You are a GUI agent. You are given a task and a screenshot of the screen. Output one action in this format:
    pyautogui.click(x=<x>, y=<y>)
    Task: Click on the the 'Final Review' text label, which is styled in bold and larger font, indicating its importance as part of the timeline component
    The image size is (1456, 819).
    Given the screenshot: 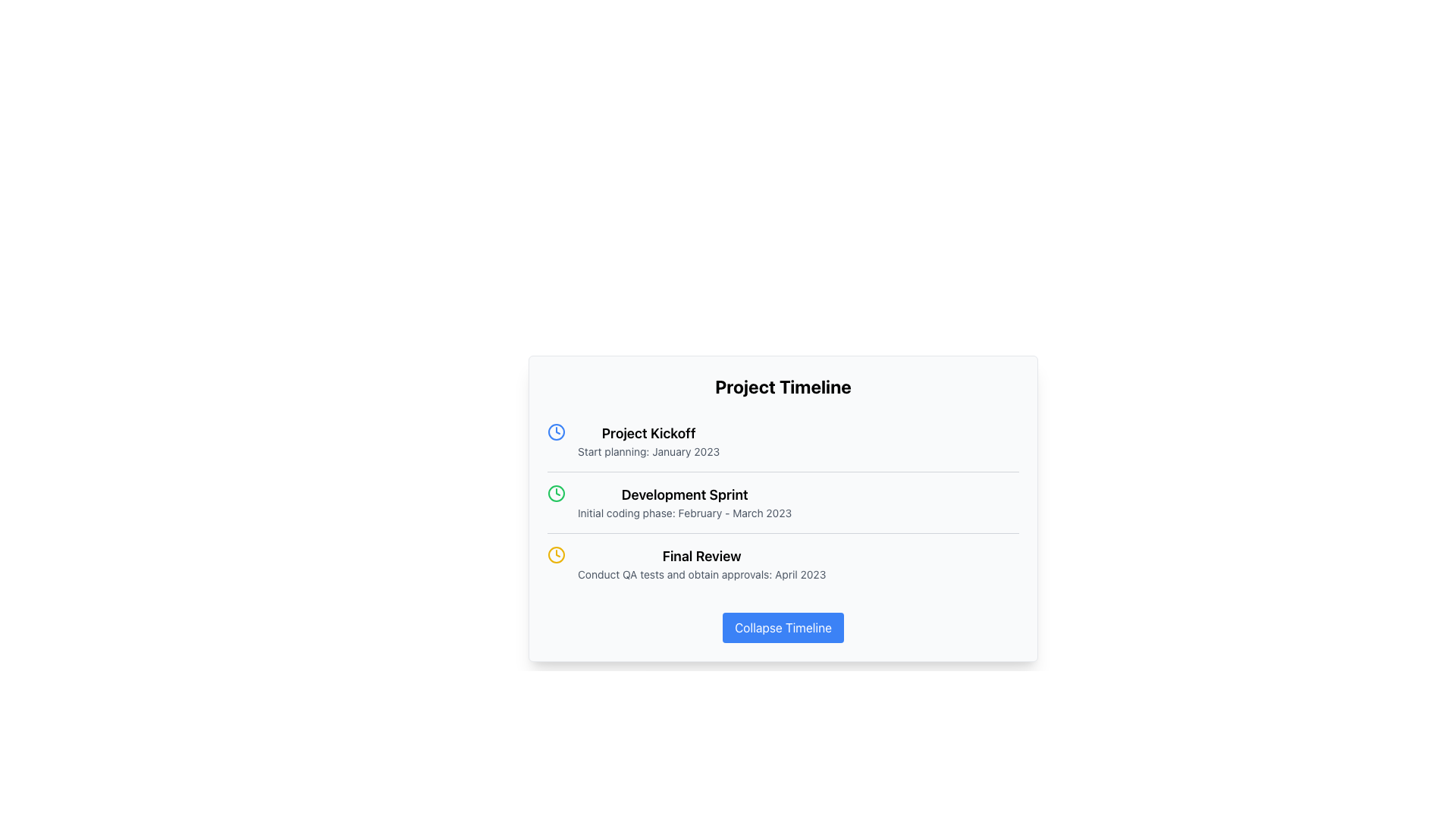 What is the action you would take?
    pyautogui.click(x=701, y=556)
    